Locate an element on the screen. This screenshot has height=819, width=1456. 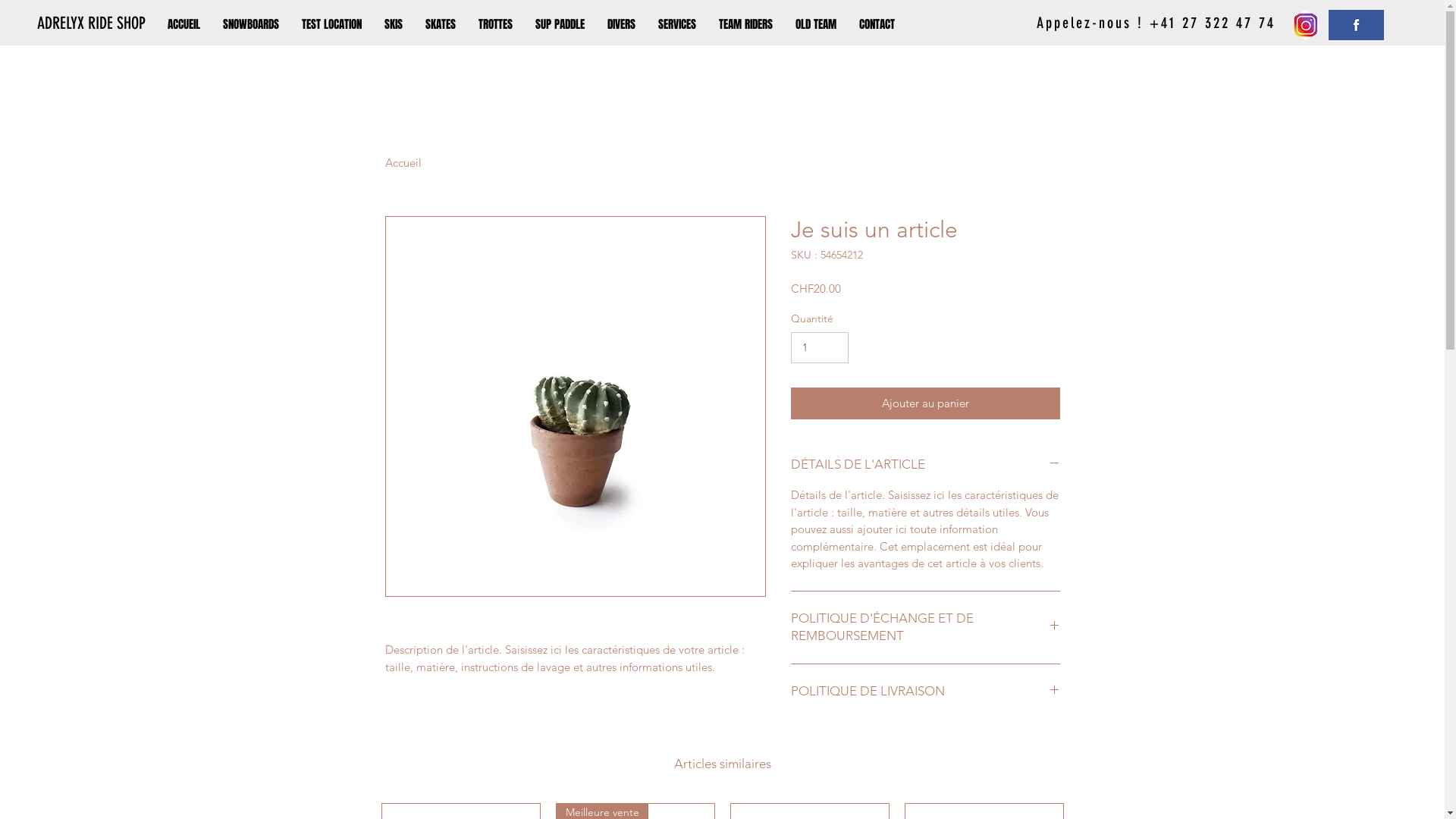
'TEAM RIDERS' is located at coordinates (745, 24).